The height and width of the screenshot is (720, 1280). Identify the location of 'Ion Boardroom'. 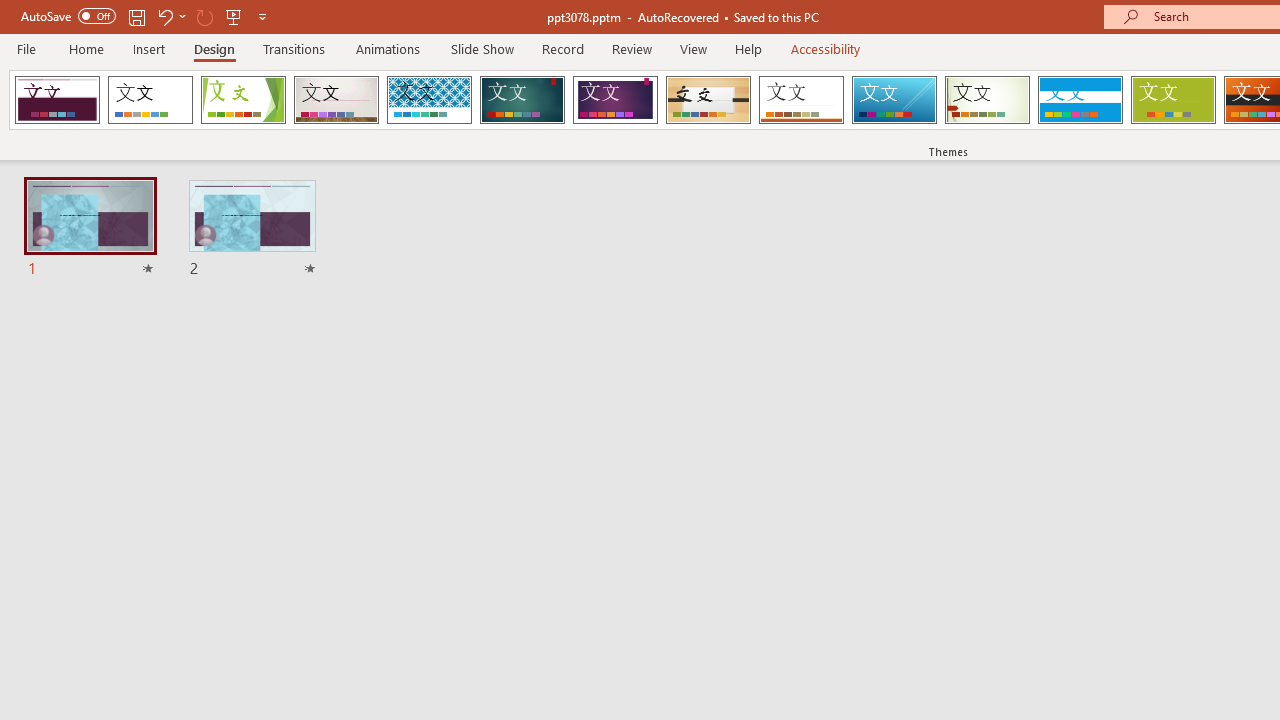
(614, 100).